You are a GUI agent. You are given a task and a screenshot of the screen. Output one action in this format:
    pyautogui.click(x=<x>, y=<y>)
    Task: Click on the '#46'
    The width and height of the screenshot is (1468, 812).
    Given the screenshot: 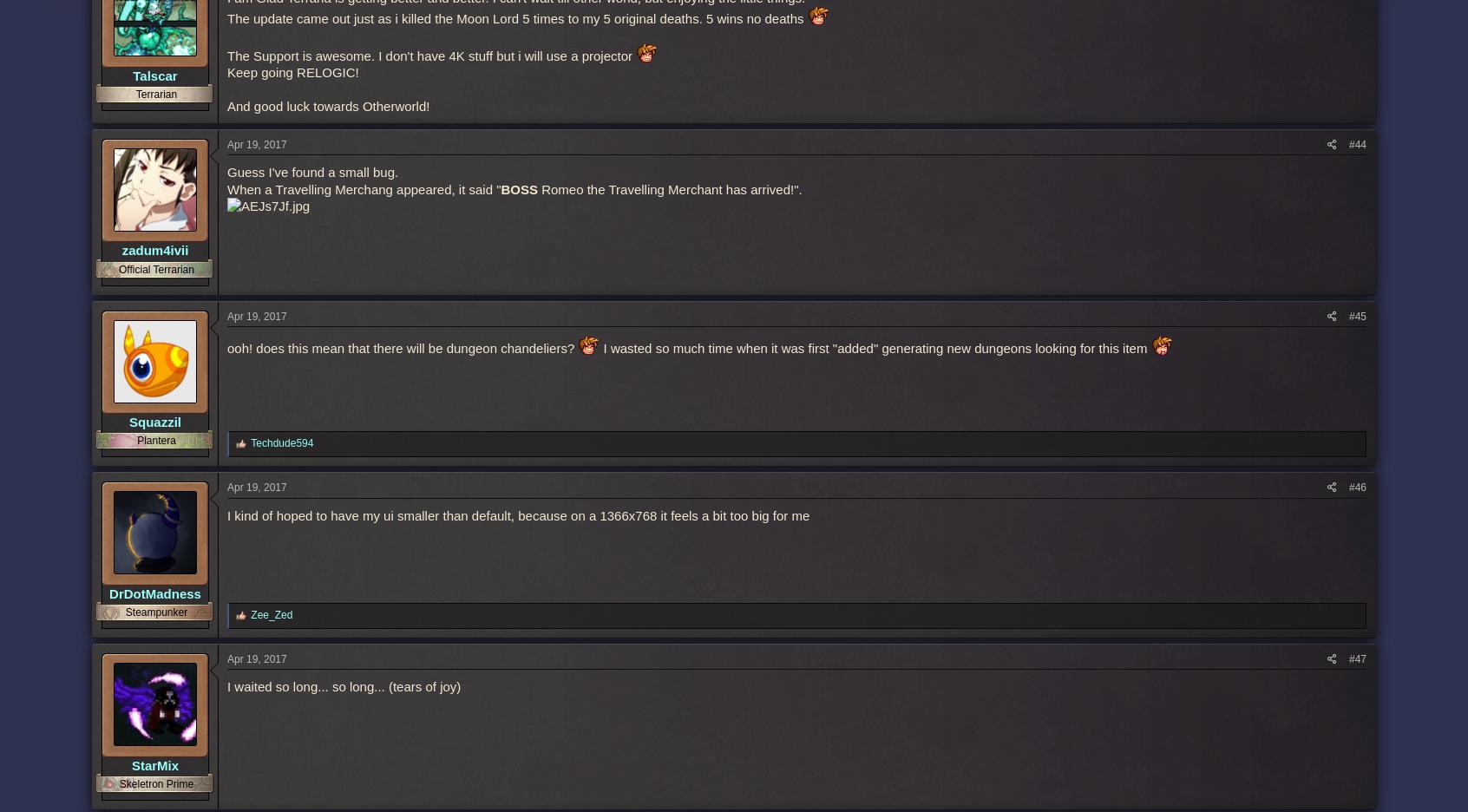 What is the action you would take?
    pyautogui.click(x=1356, y=486)
    